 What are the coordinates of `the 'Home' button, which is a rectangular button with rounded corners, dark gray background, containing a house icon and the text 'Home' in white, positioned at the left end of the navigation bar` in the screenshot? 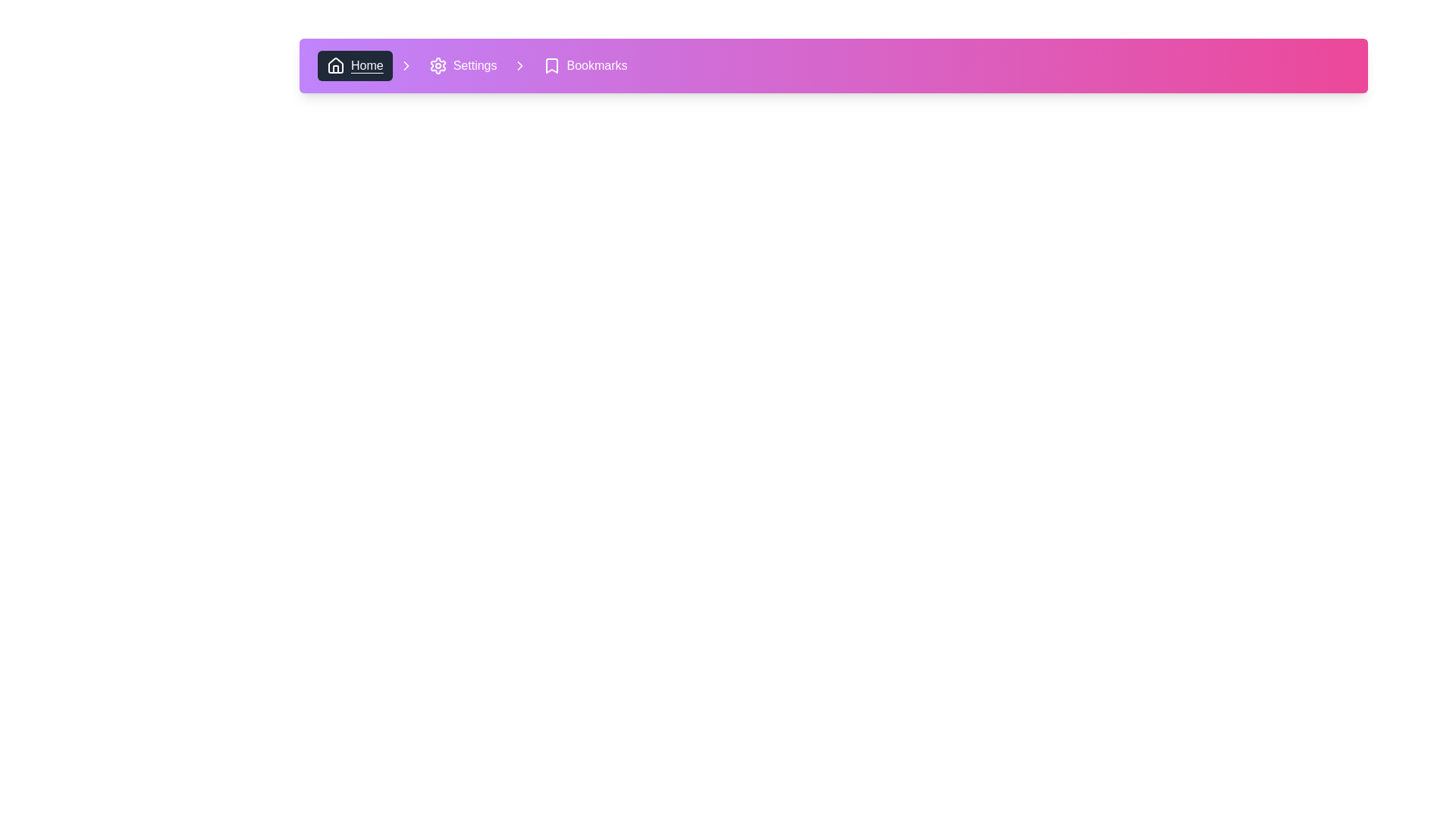 It's located at (354, 65).